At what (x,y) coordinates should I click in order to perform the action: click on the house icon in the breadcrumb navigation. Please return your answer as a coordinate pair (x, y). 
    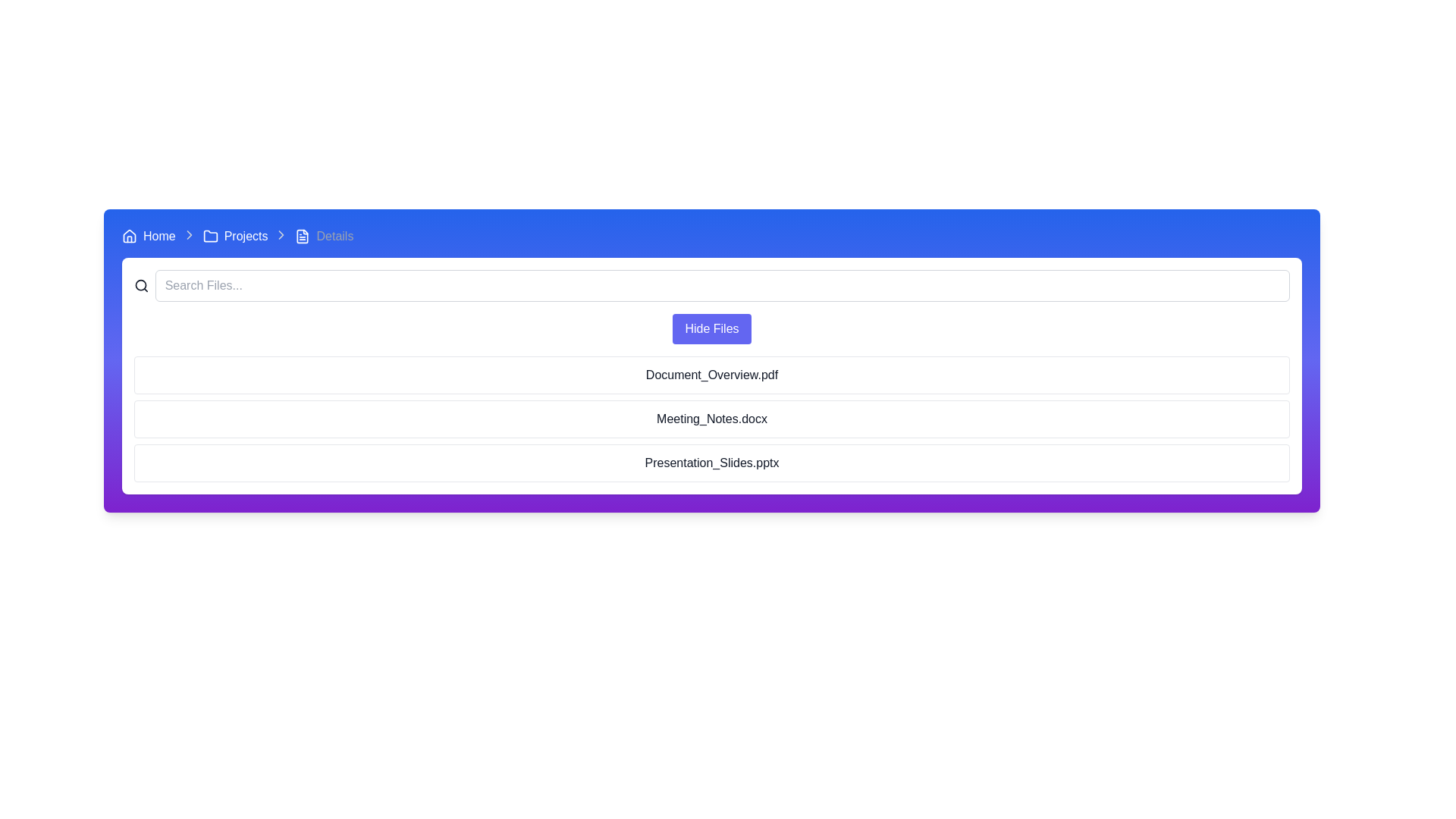
    Looking at the image, I should click on (130, 236).